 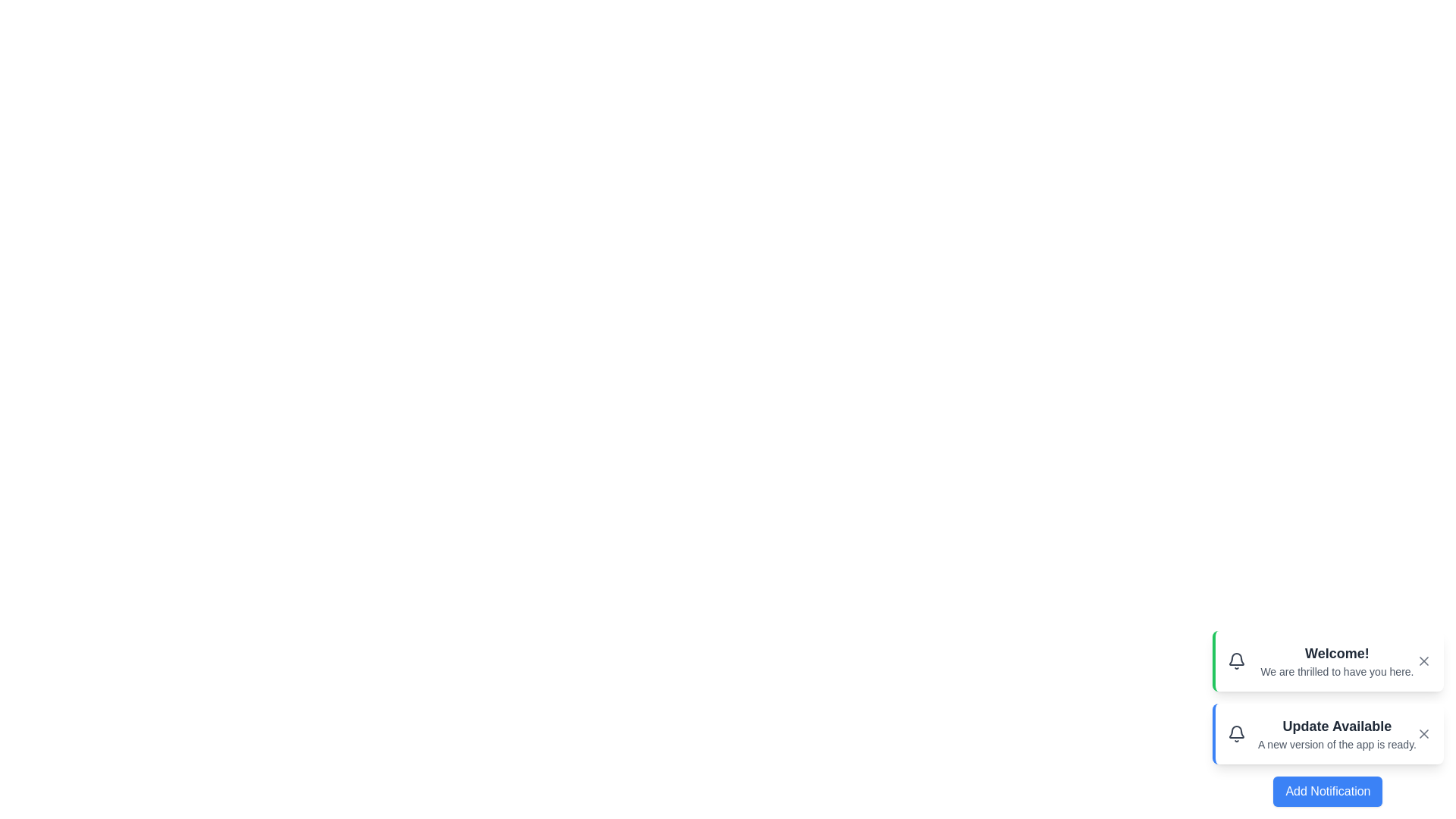 What do you see at coordinates (1236, 660) in the screenshot?
I see `the notification icon to interact with it` at bounding box center [1236, 660].